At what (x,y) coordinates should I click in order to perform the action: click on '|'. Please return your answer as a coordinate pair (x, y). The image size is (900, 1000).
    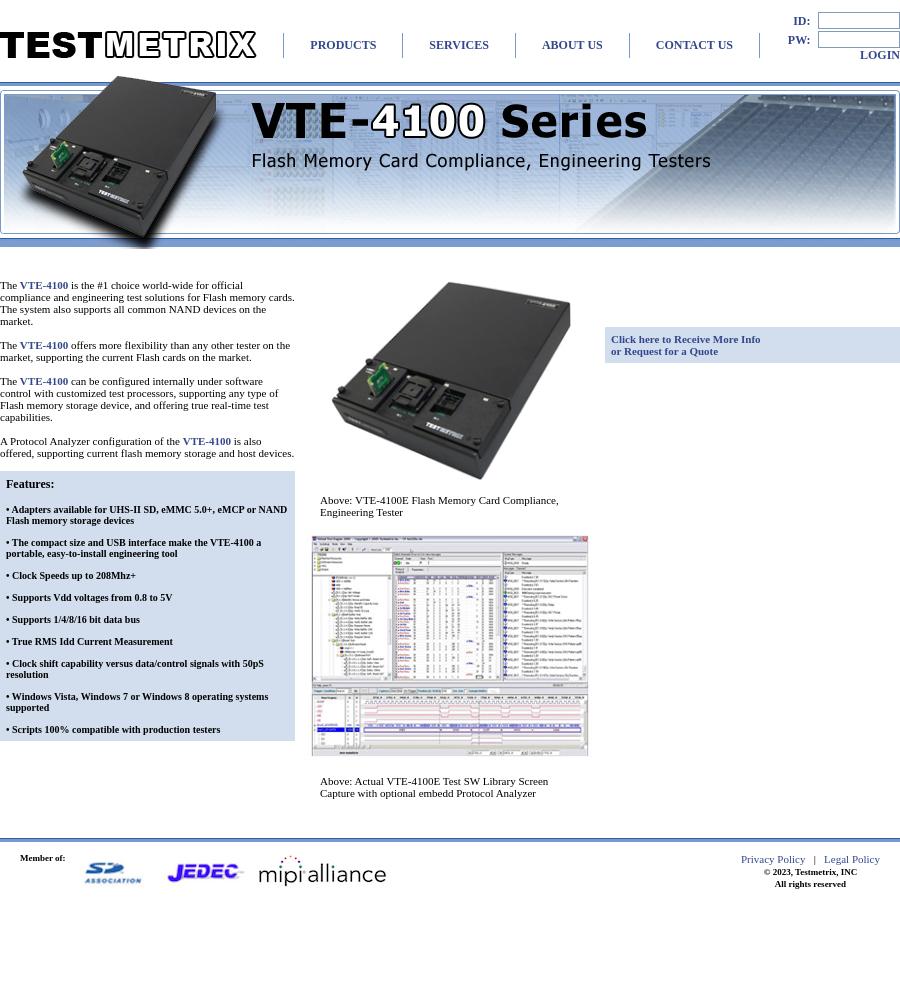
    Looking at the image, I should click on (814, 858).